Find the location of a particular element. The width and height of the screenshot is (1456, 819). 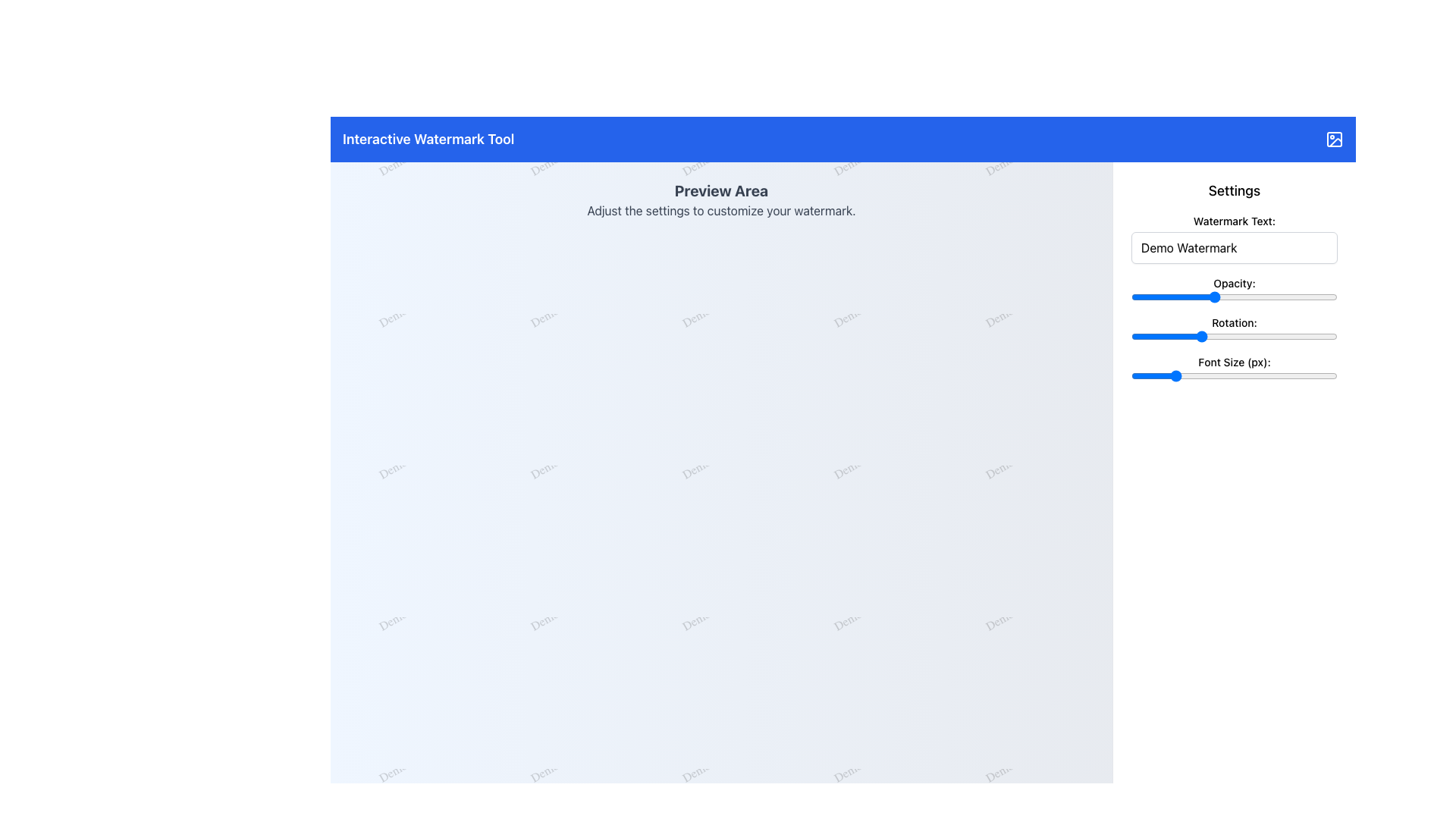

the rotation value of the slider is located at coordinates (1265, 335).